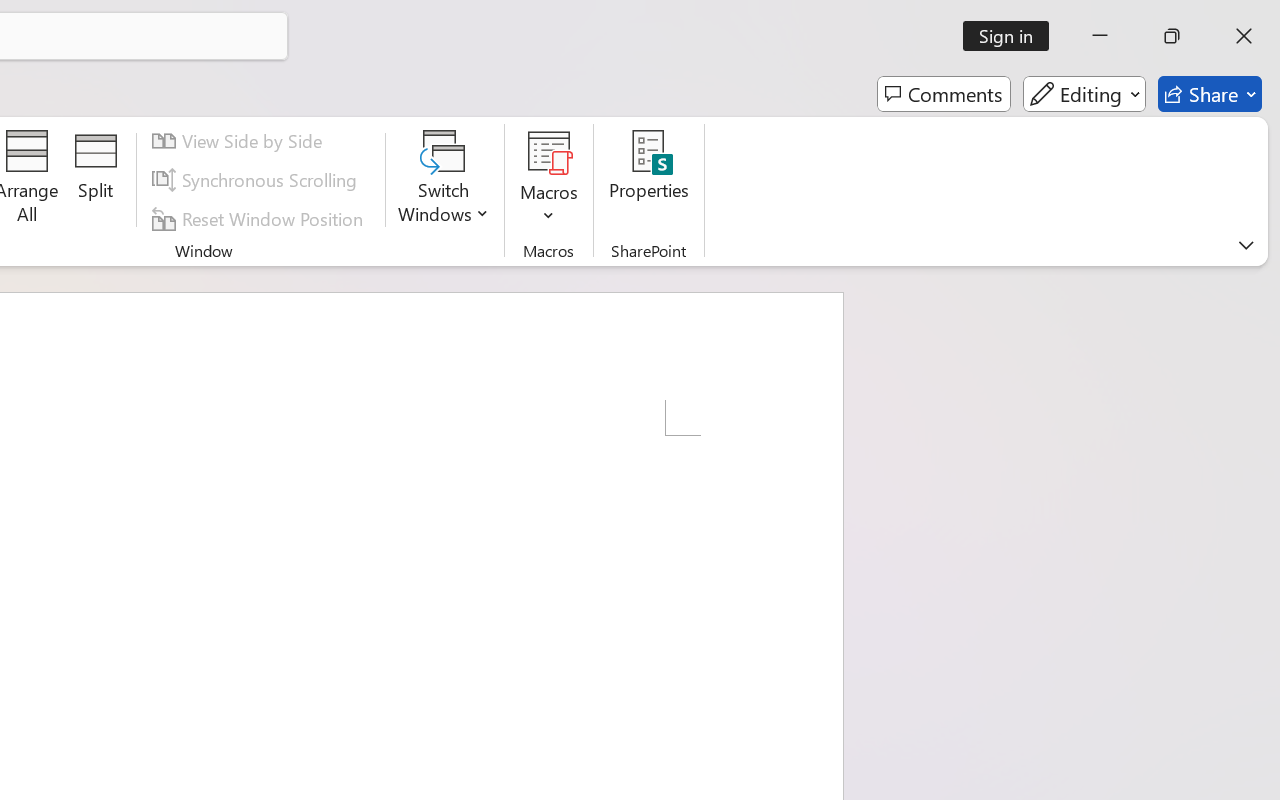  I want to click on 'Synchronous Scrolling', so click(256, 179).